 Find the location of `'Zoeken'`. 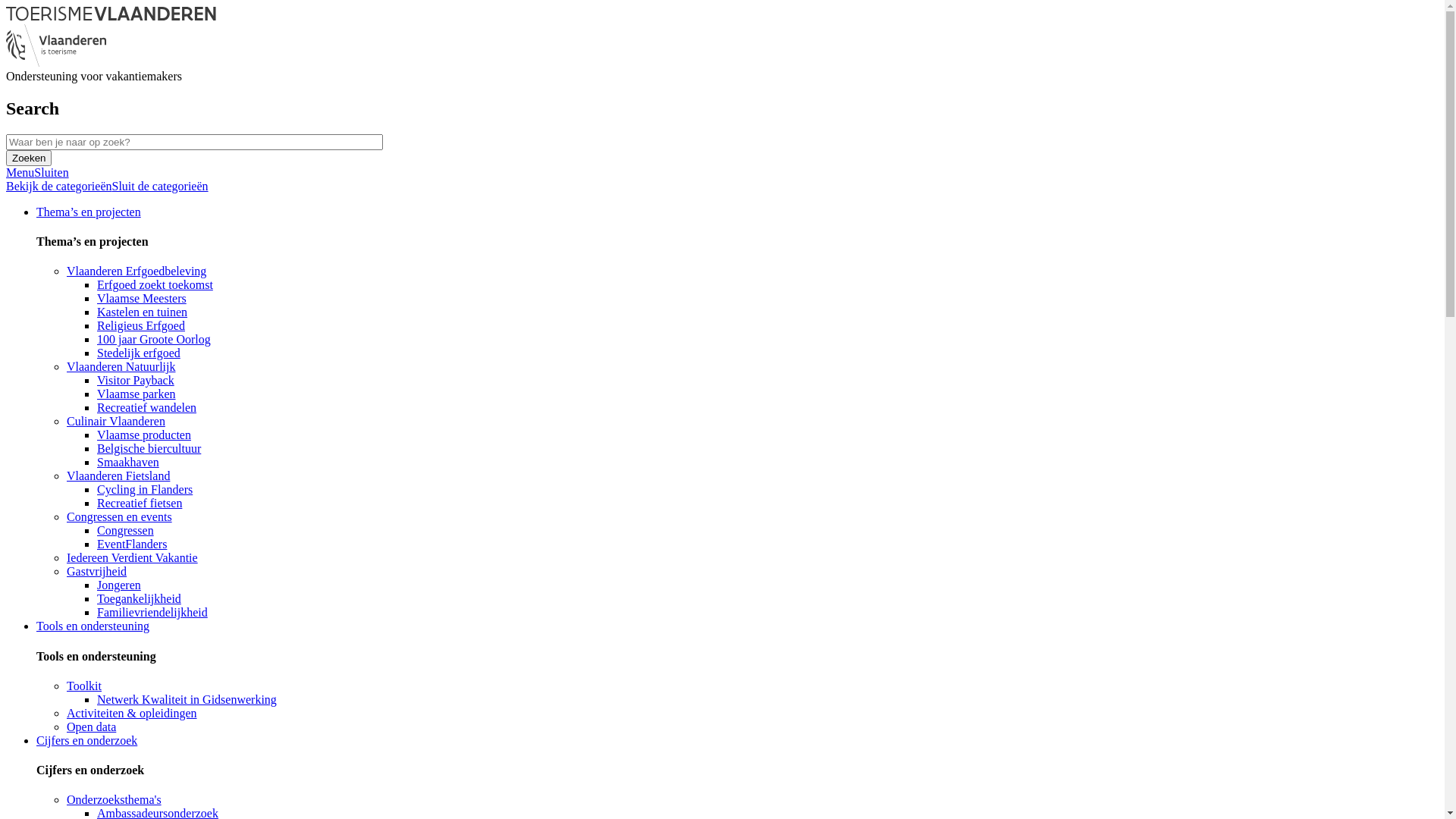

'Zoeken' is located at coordinates (29, 158).